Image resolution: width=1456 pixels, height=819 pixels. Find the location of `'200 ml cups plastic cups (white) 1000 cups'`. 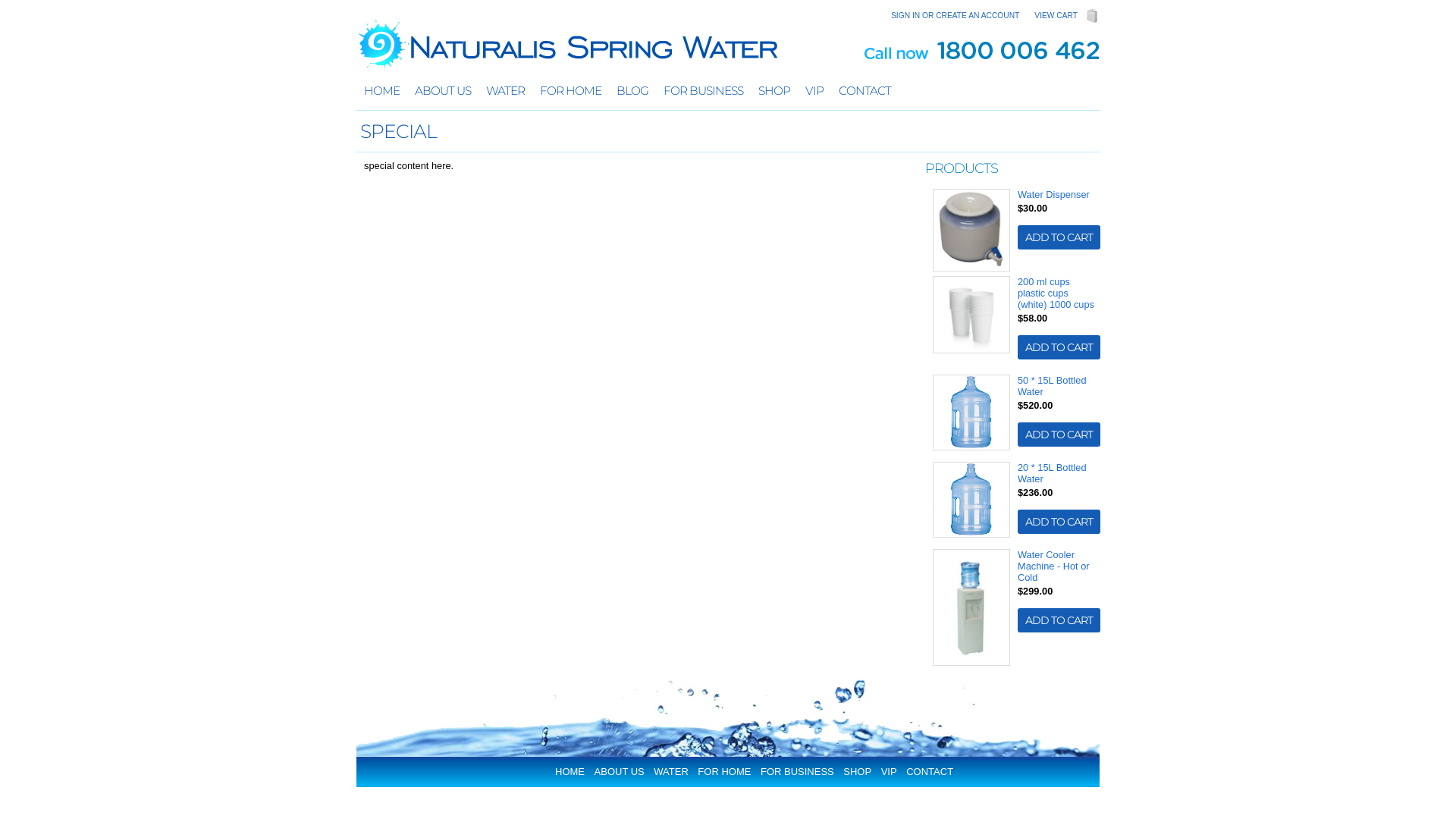

'200 ml cups plastic cups (white) 1000 cups' is located at coordinates (1055, 293).